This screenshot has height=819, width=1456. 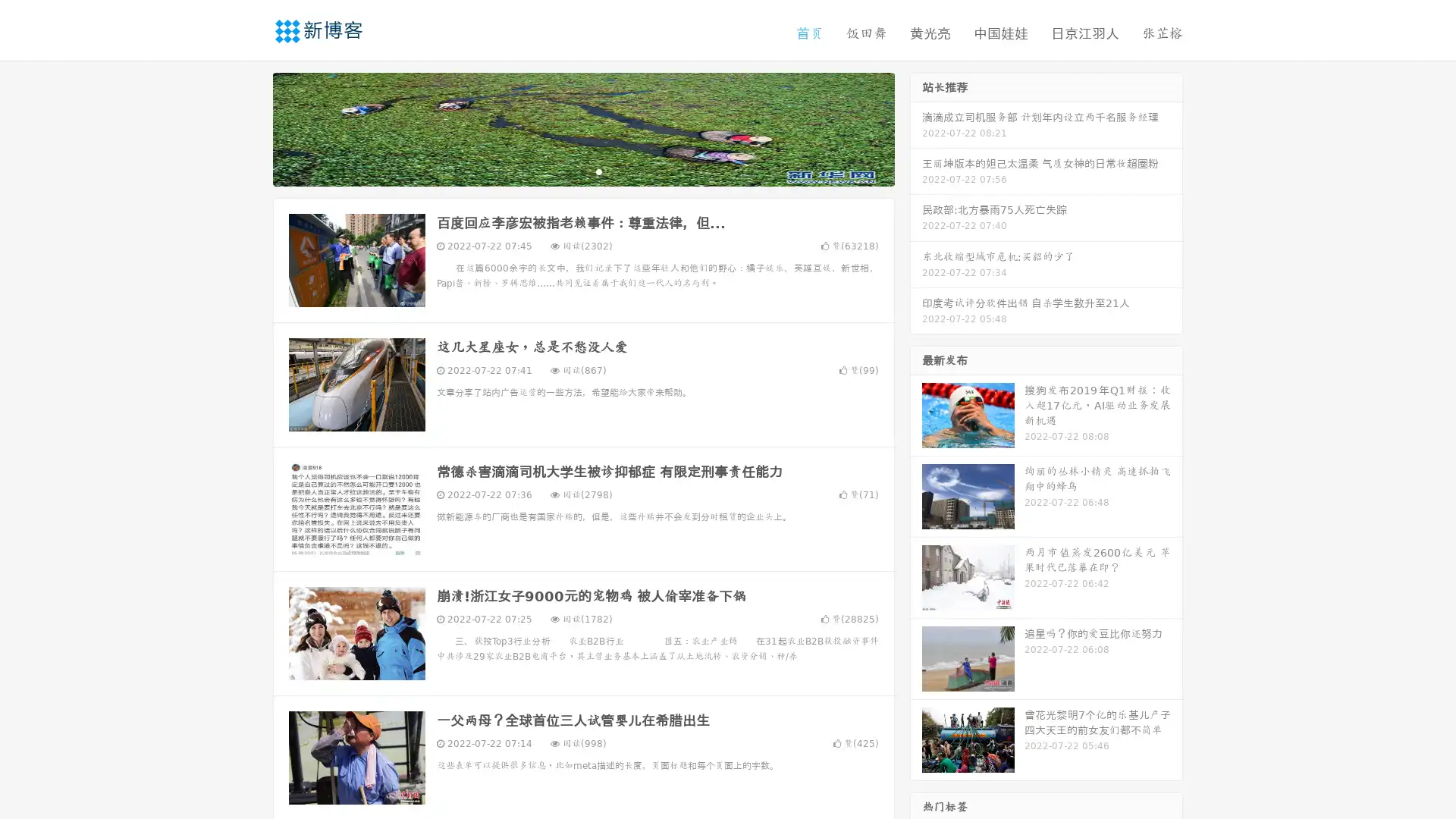 What do you see at coordinates (916, 127) in the screenshot?
I see `Next slide` at bounding box center [916, 127].